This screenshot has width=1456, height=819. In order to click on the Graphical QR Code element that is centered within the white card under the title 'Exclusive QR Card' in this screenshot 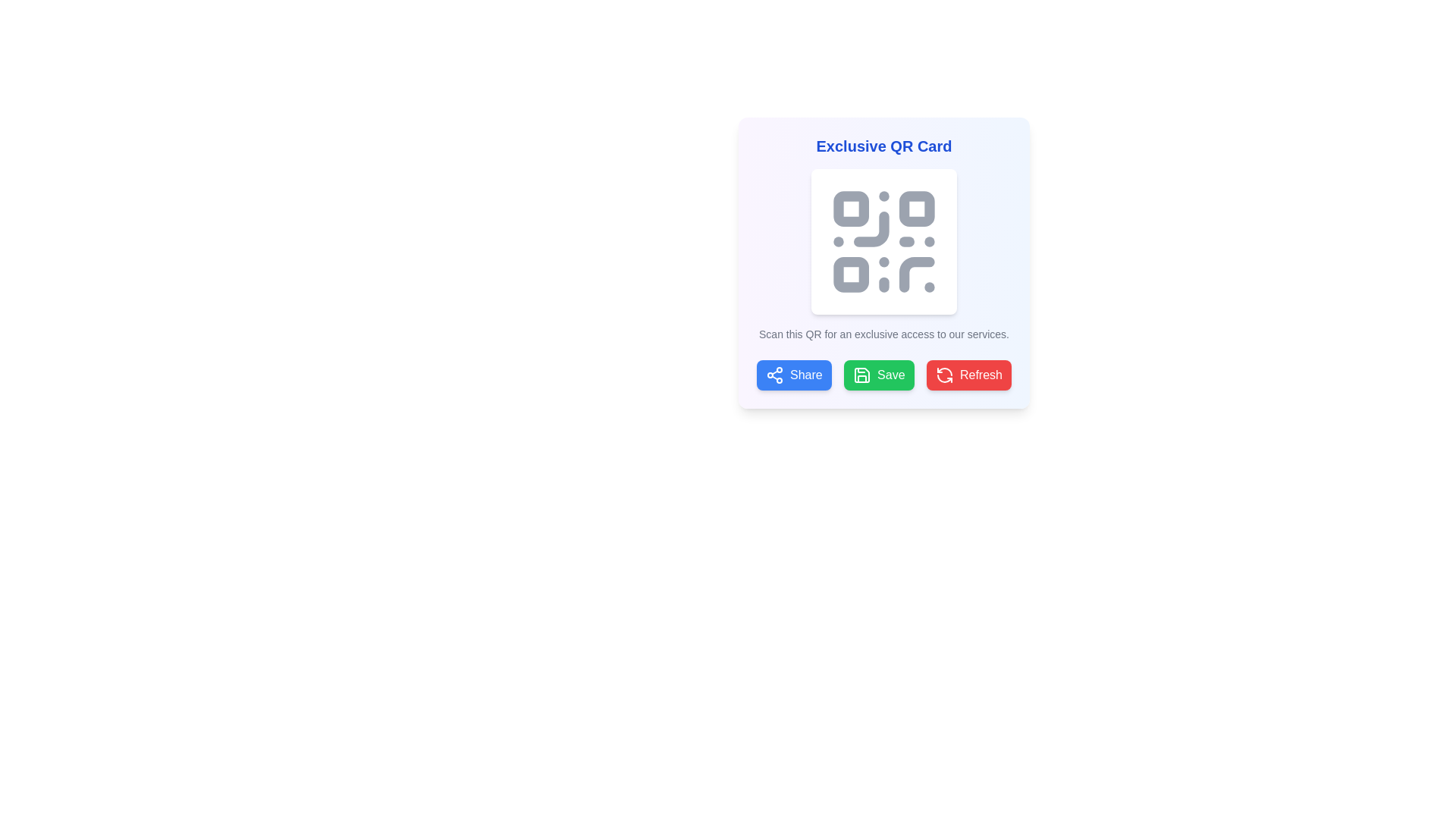, I will do `click(884, 241)`.